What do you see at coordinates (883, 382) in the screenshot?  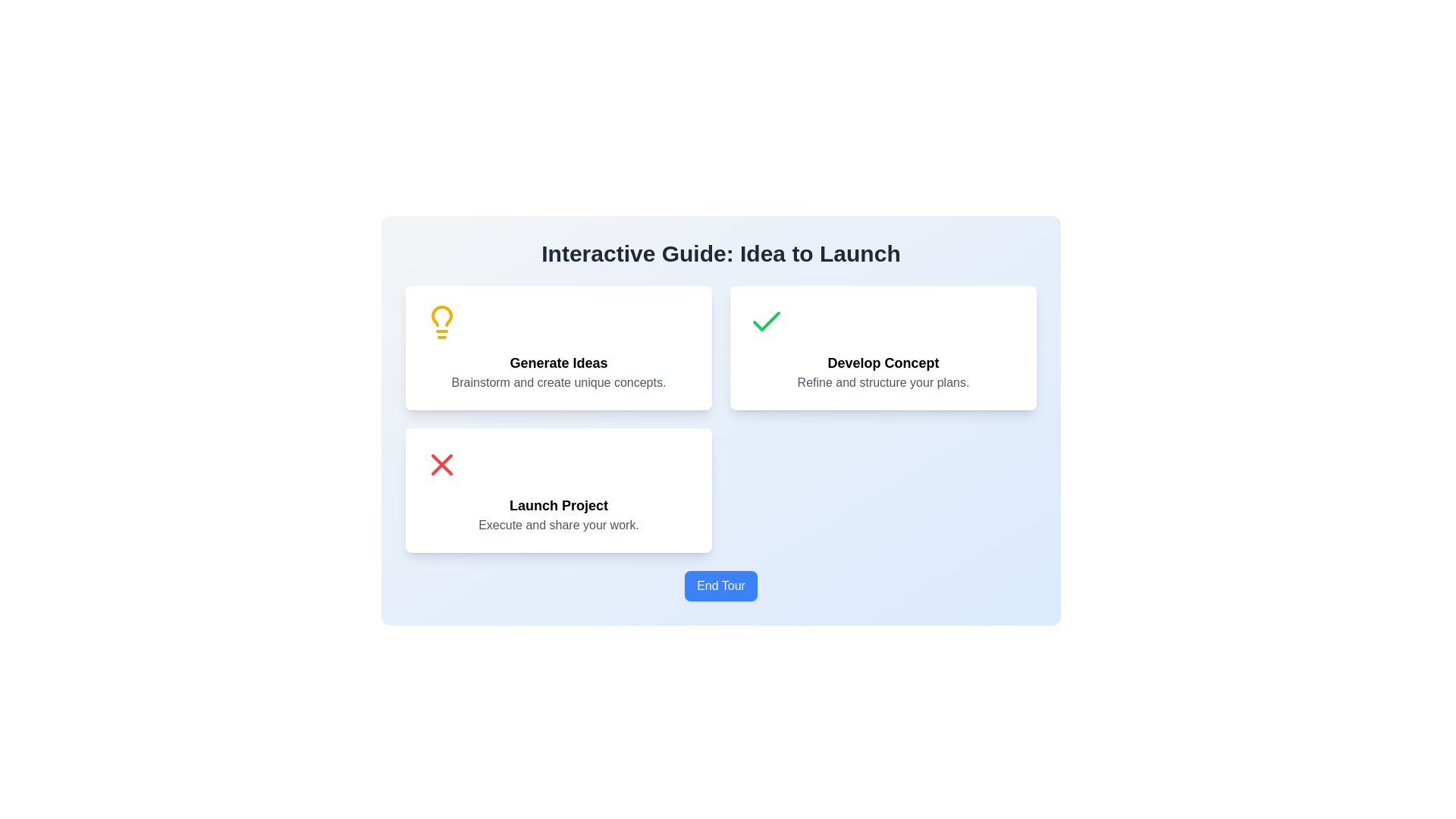 I see `the text label displaying 'Refine and structure your plans.' within the 'Develop Concept' card, which is centrally positioned beneath the main title` at bounding box center [883, 382].